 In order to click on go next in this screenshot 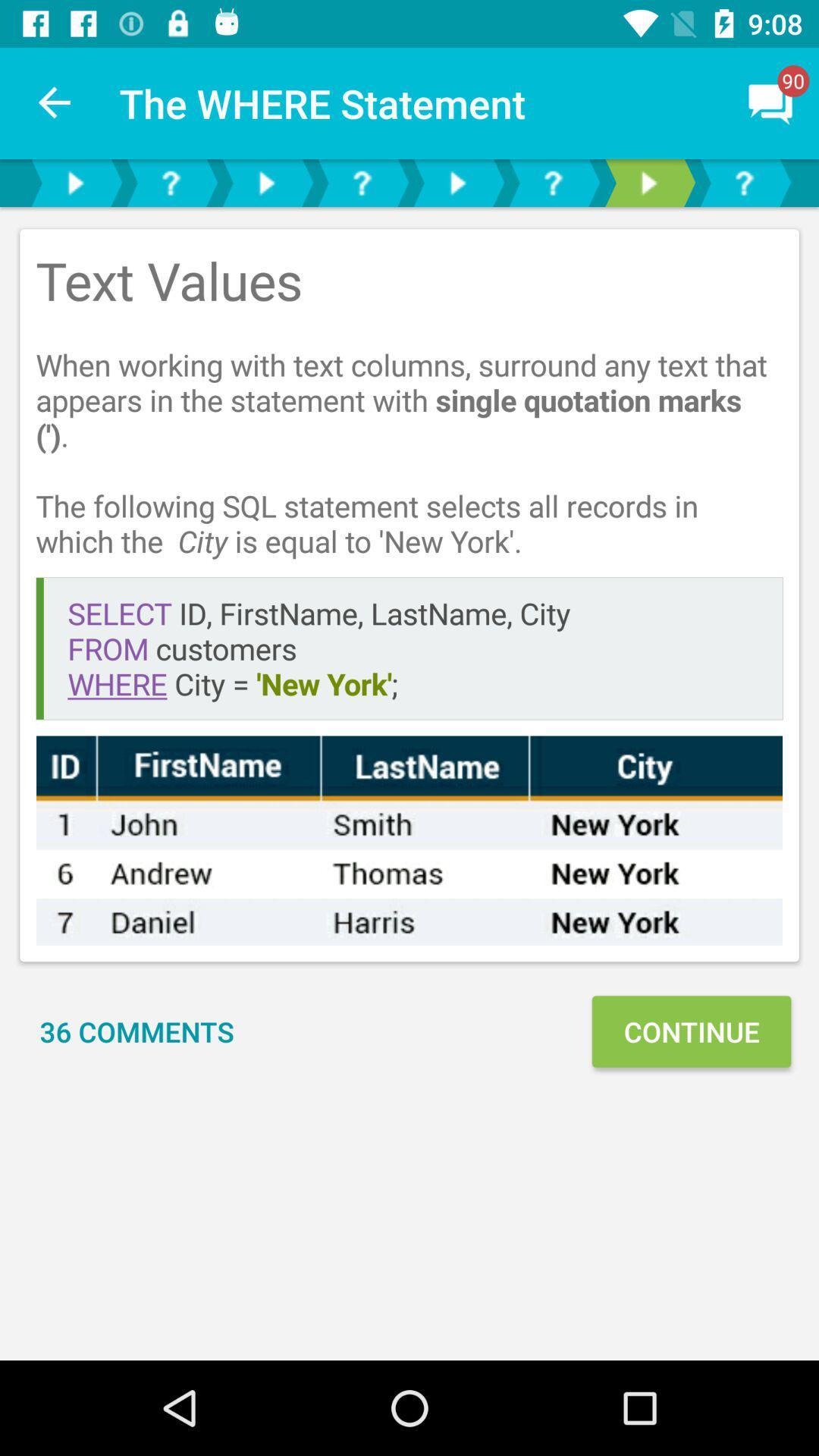, I will do `click(265, 182)`.